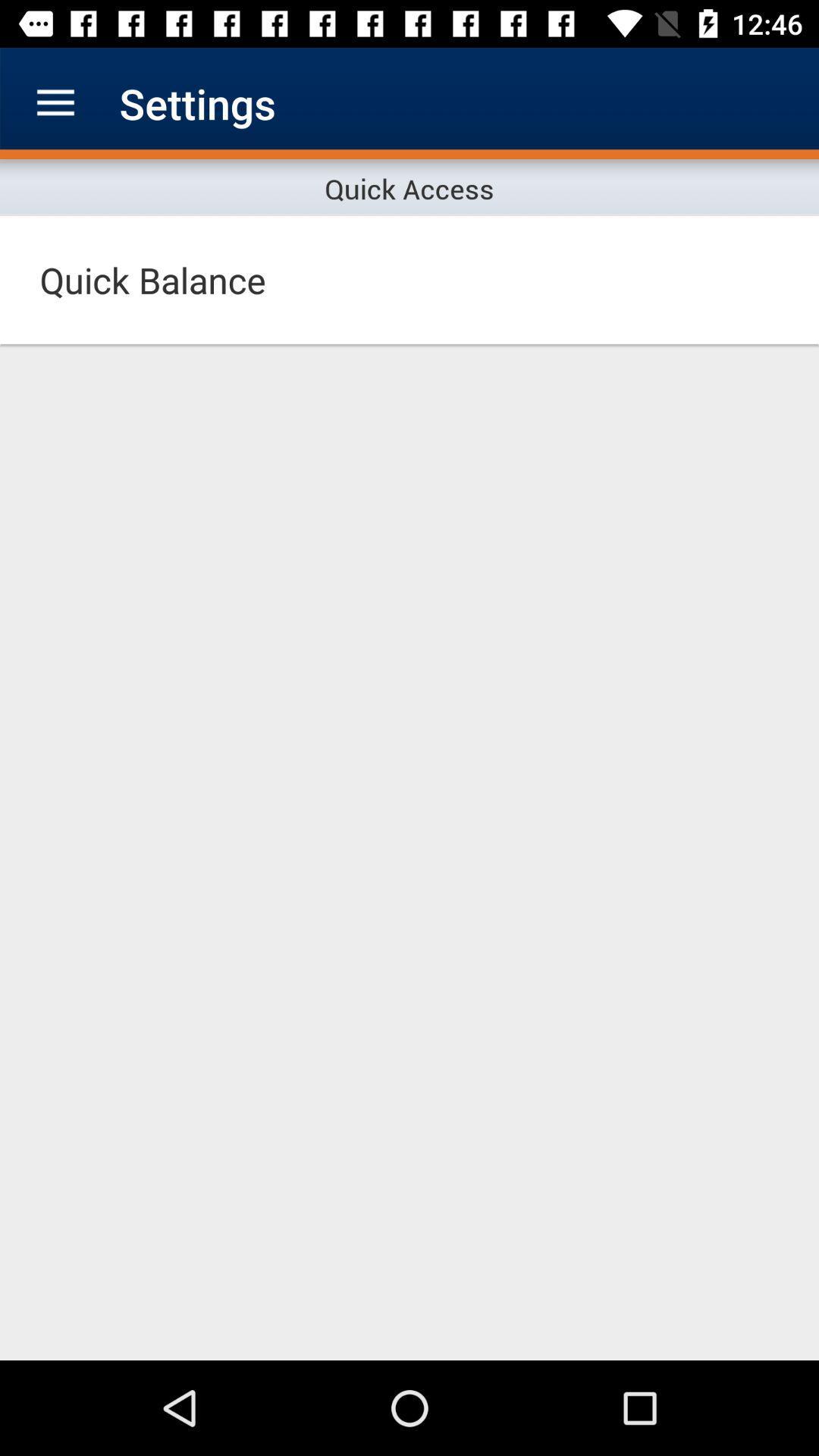  I want to click on icon to the left of the settings app, so click(55, 102).